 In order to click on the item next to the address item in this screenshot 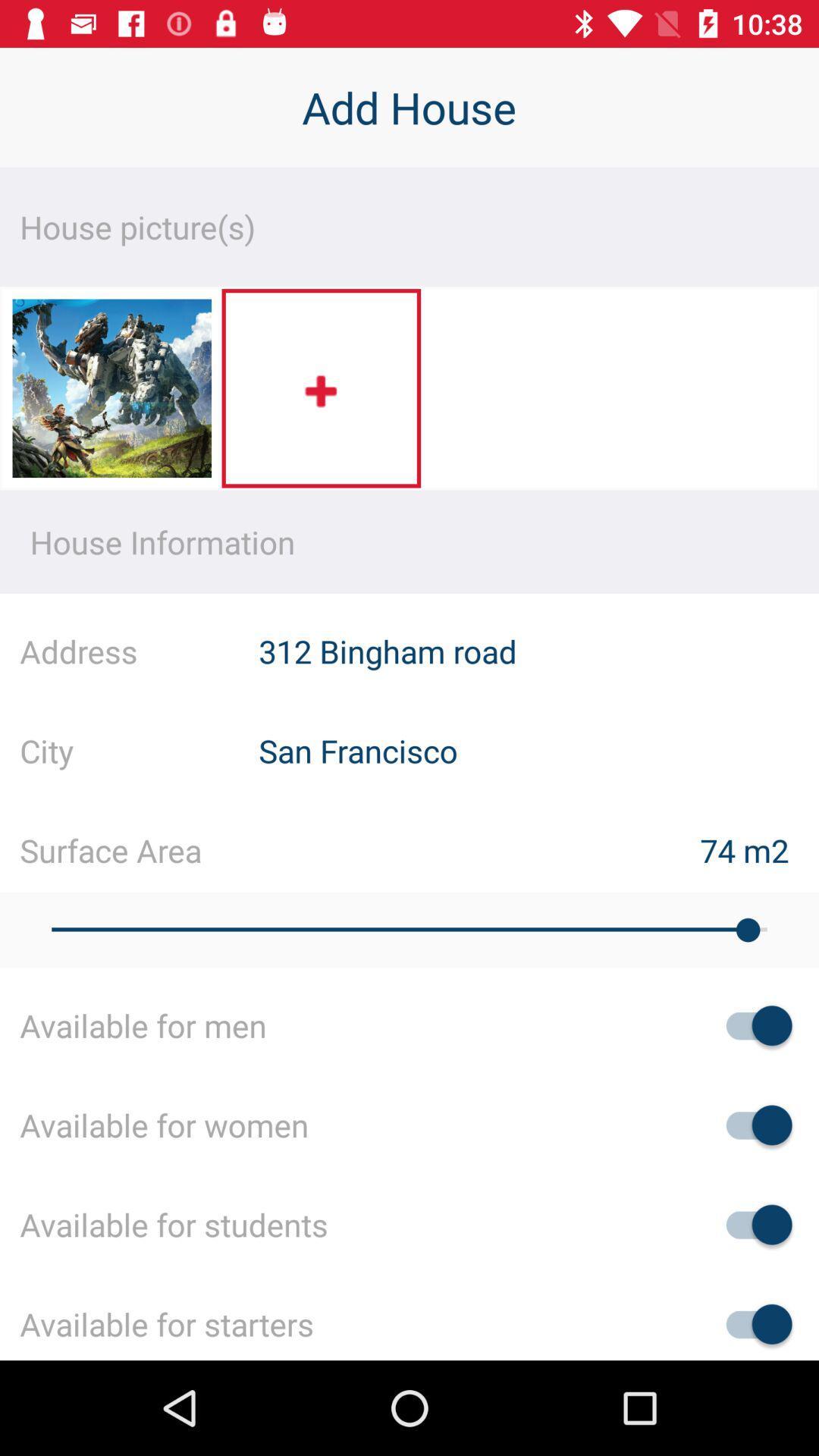, I will do `click(538, 651)`.